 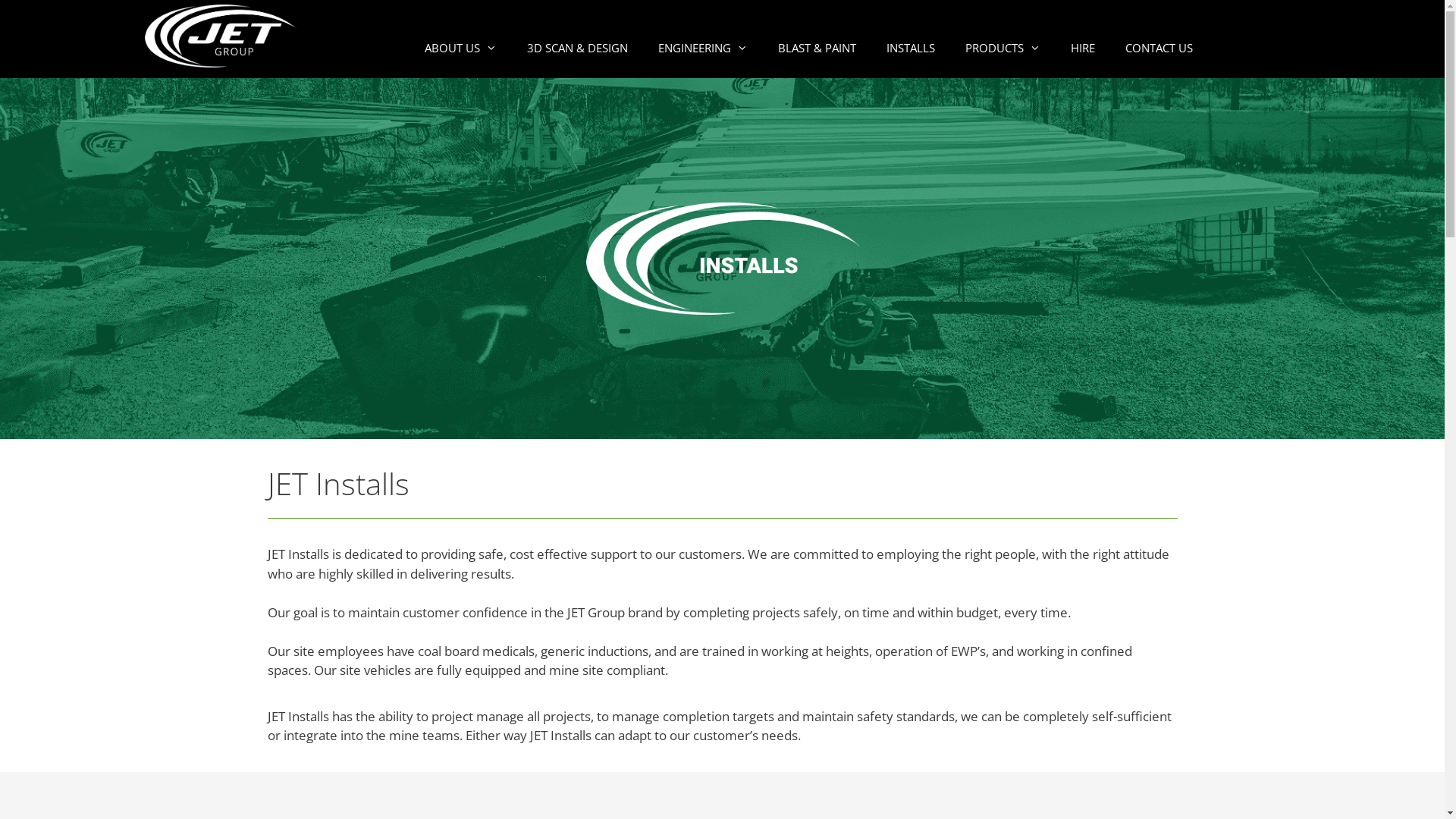 What do you see at coordinates (460, 46) in the screenshot?
I see `'ABOUT US'` at bounding box center [460, 46].